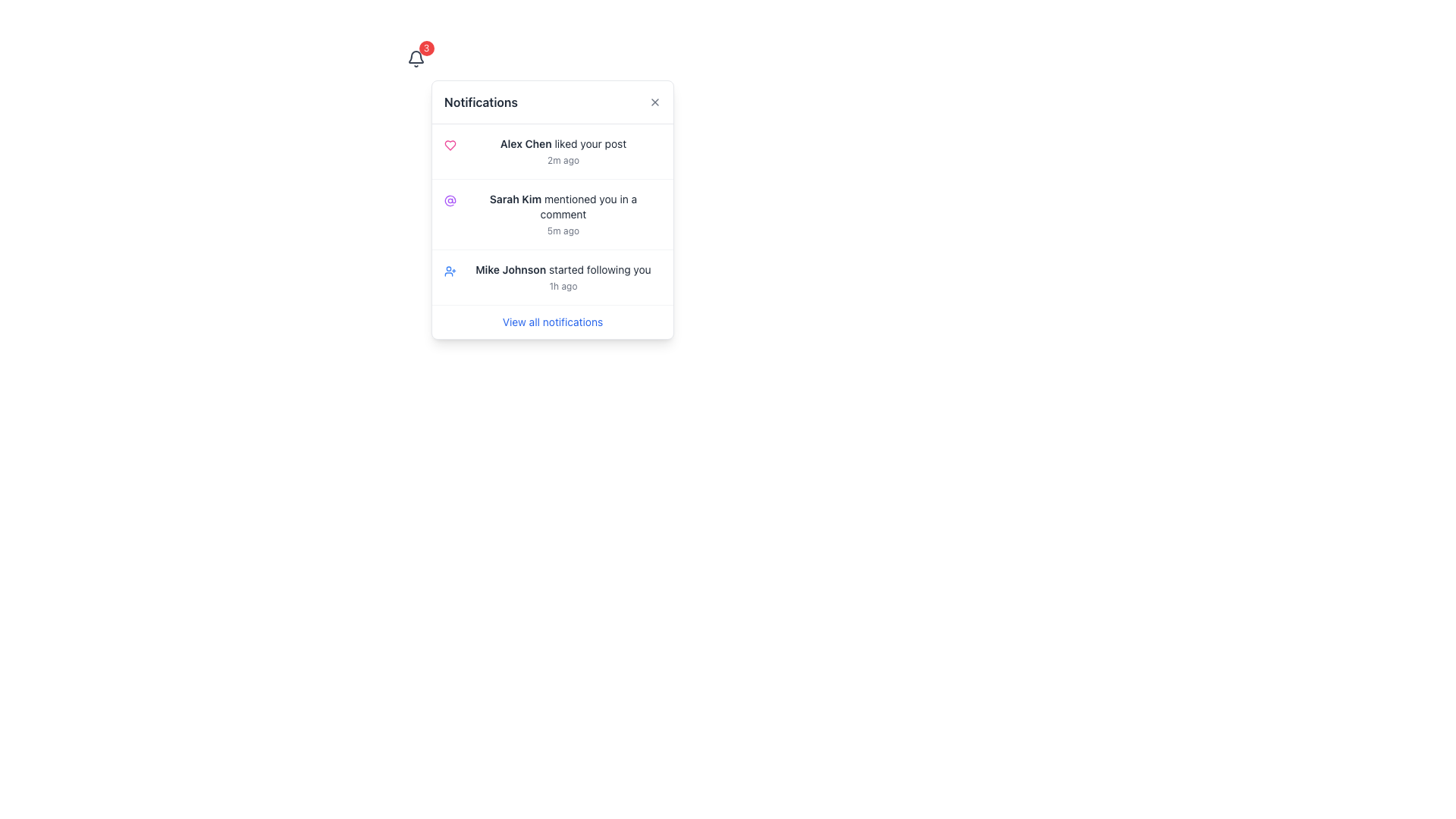 Image resolution: width=1456 pixels, height=819 pixels. What do you see at coordinates (552, 210) in the screenshot?
I see `the second notification about a user mentioning another user in a comment` at bounding box center [552, 210].